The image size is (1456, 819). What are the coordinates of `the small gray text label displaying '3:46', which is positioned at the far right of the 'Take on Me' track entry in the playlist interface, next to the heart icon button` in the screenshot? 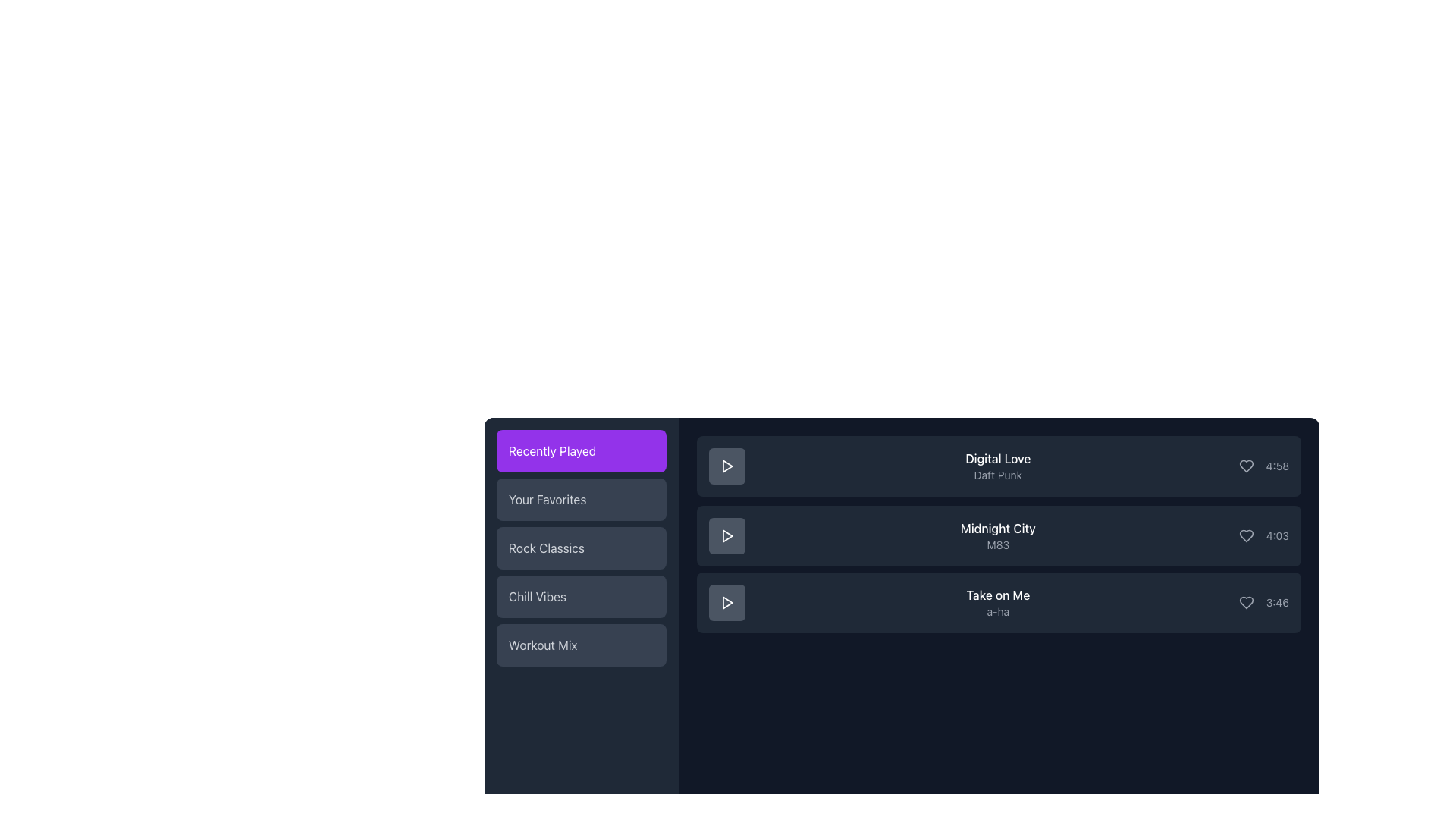 It's located at (1276, 601).